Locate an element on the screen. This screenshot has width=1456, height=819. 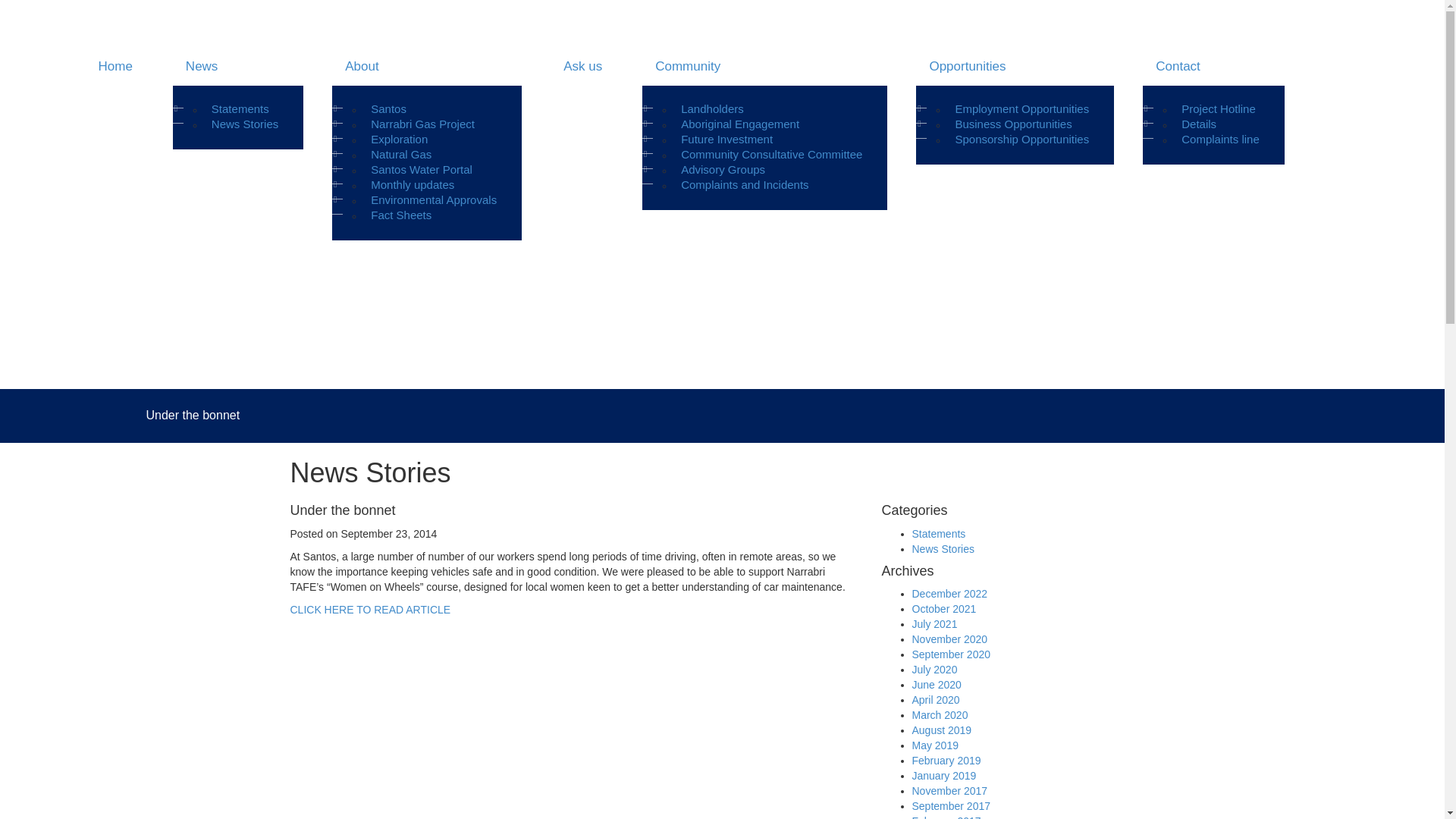
'News' is located at coordinates (237, 66).